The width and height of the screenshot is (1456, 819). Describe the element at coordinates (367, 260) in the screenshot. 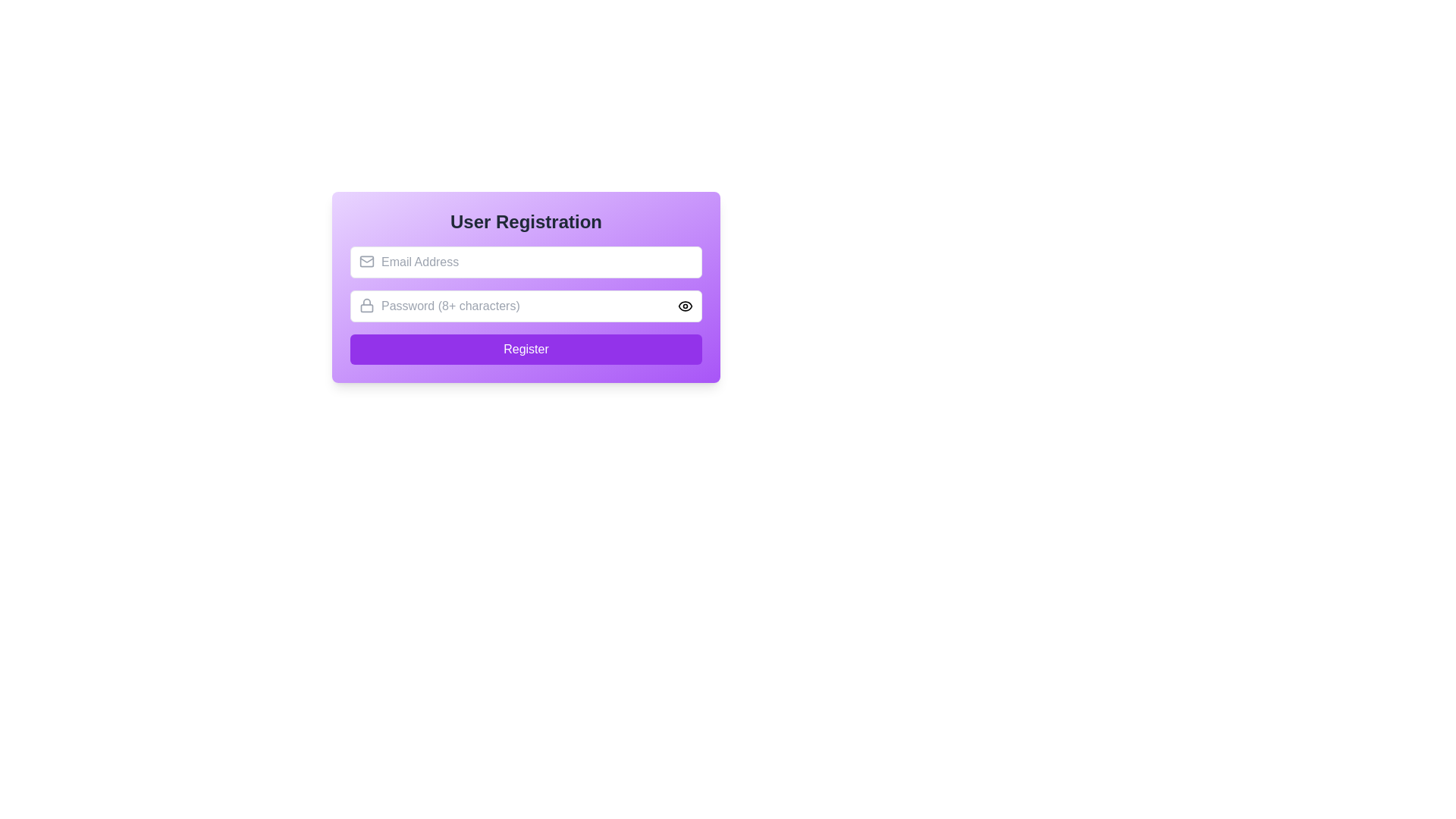

I see `the Icon Background element, which is a rectangular shape with rounded corners, located at the start of the 'Email Address' input field` at that location.